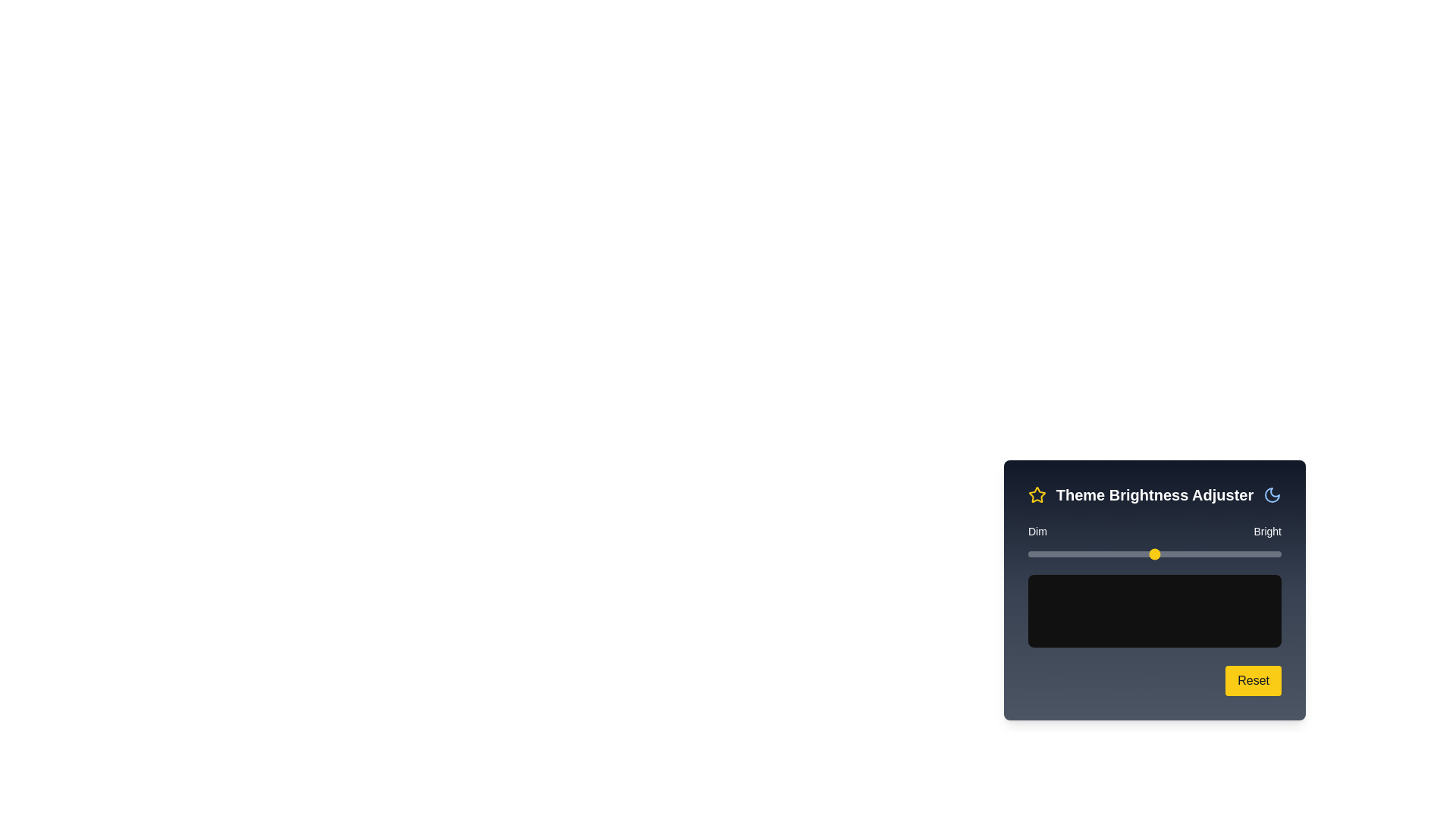 This screenshot has width=1456, height=819. What do you see at coordinates (1269, 554) in the screenshot?
I see `the brightness slider to set the brightness to 95%` at bounding box center [1269, 554].